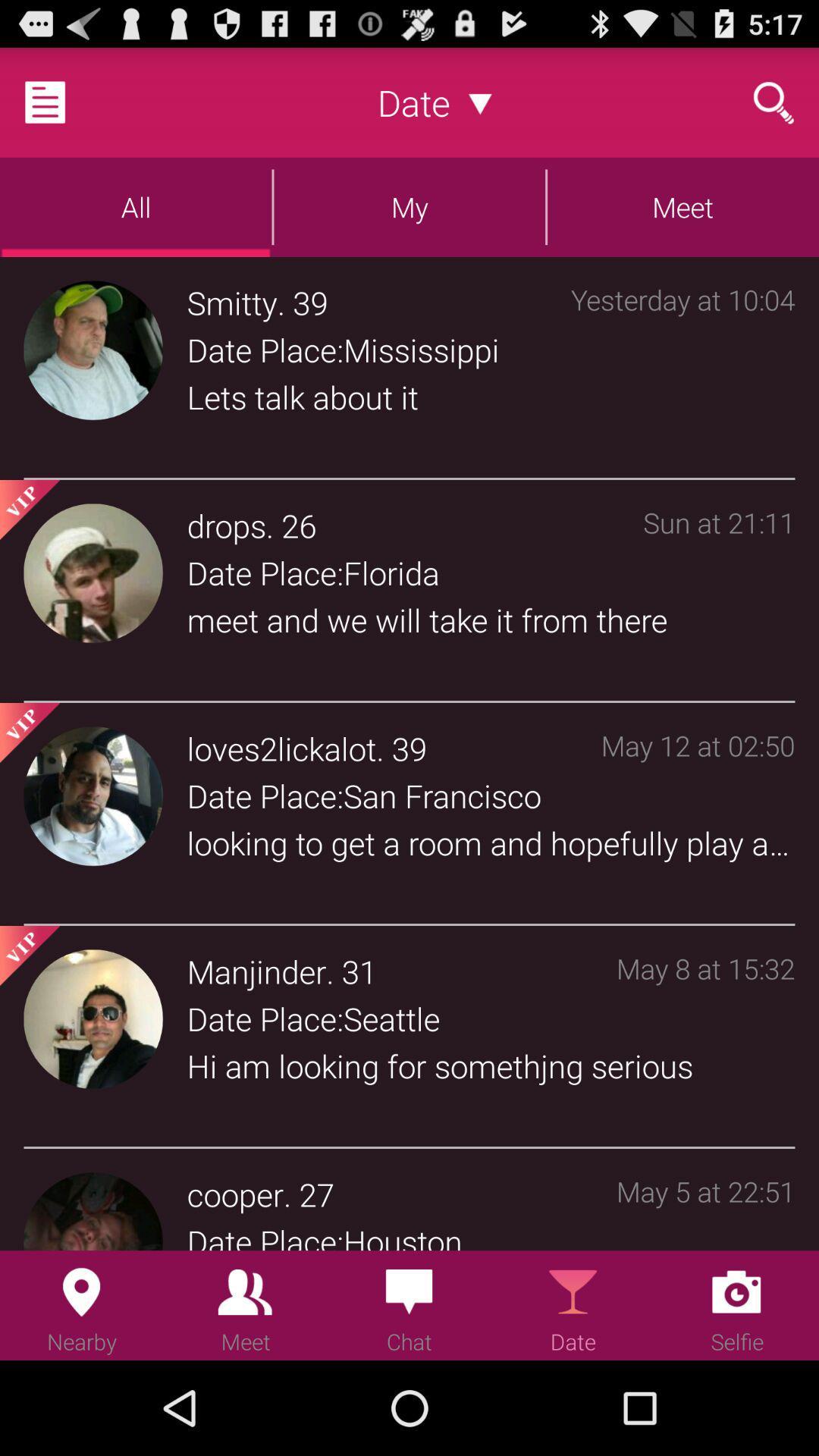 The height and width of the screenshot is (1456, 819). What do you see at coordinates (256, 971) in the screenshot?
I see `icon next to .  icon` at bounding box center [256, 971].